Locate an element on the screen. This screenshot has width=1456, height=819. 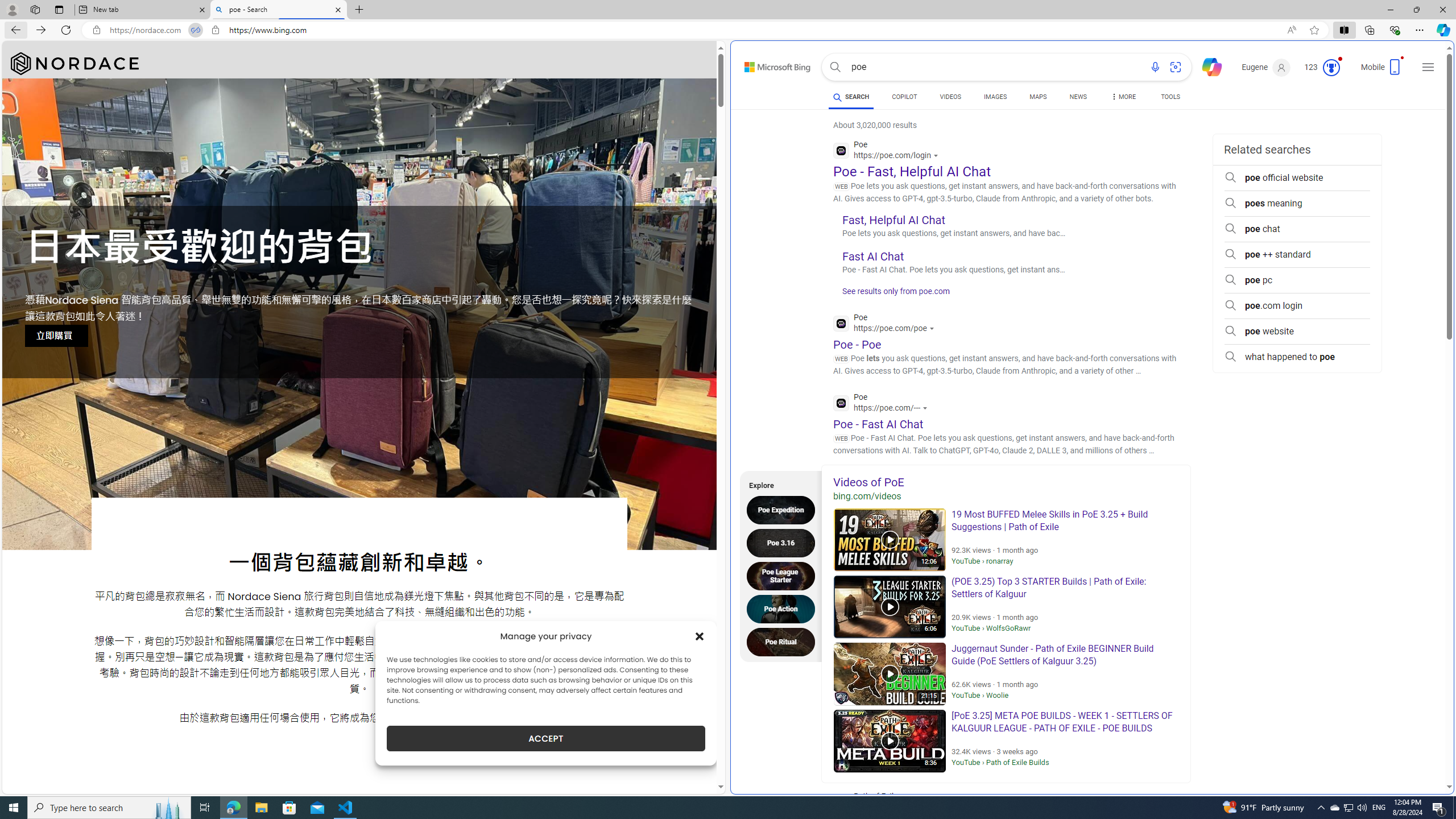
'TOOLS' is located at coordinates (1170, 98).